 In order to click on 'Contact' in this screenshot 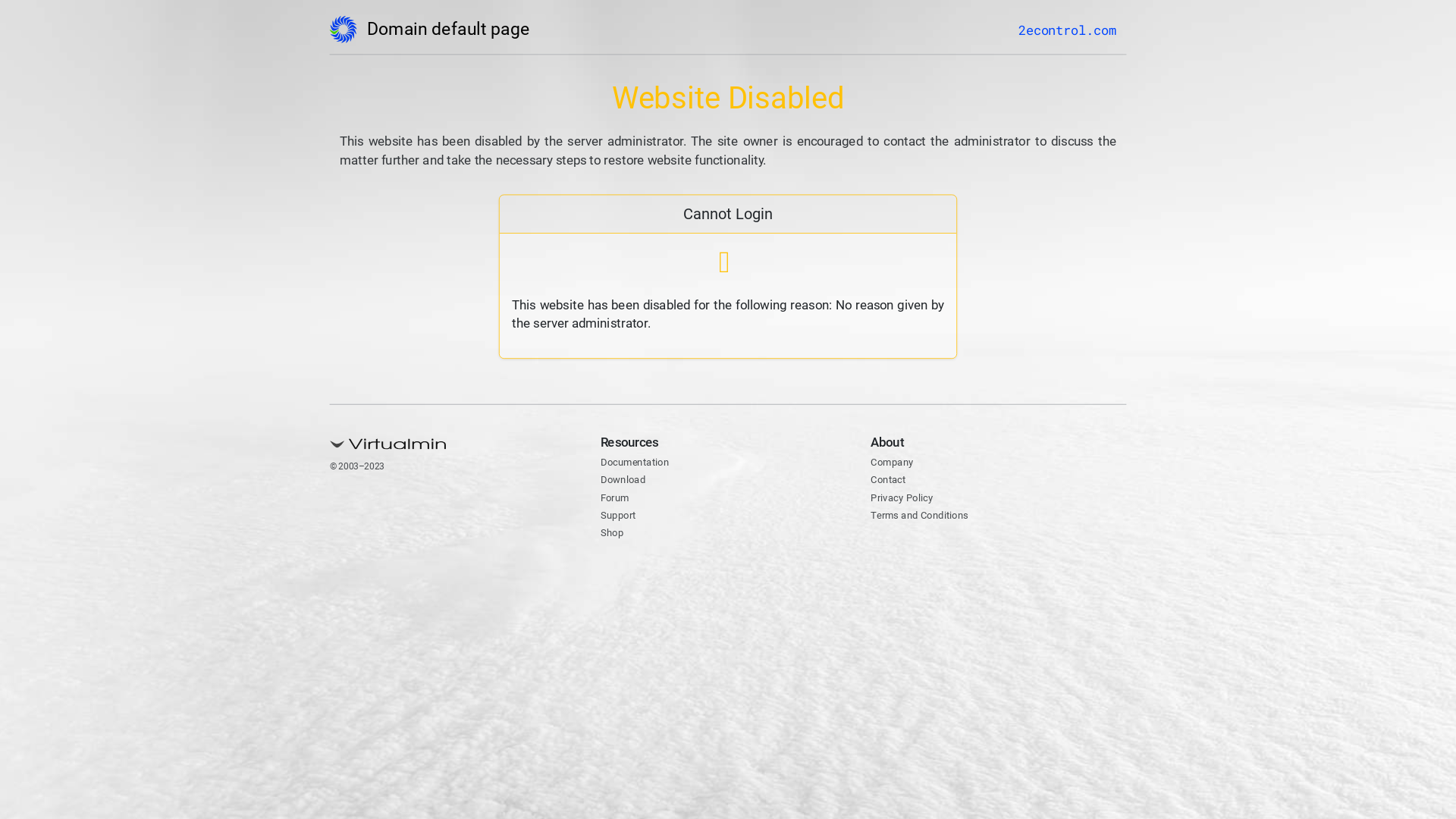, I will do `click(891, 481)`.